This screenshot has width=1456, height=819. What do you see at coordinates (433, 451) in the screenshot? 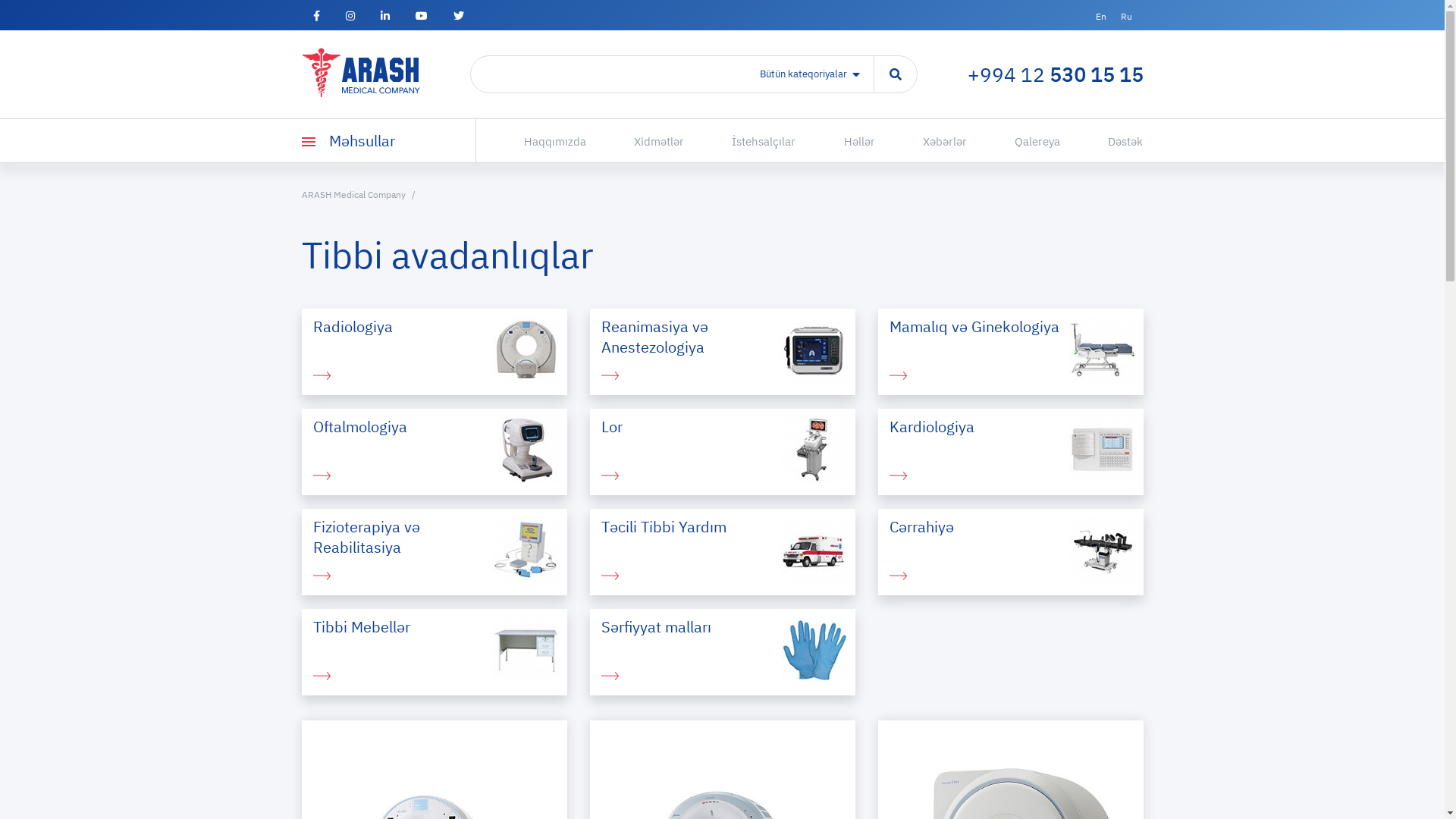
I see `'Oftalmologiya'` at bounding box center [433, 451].